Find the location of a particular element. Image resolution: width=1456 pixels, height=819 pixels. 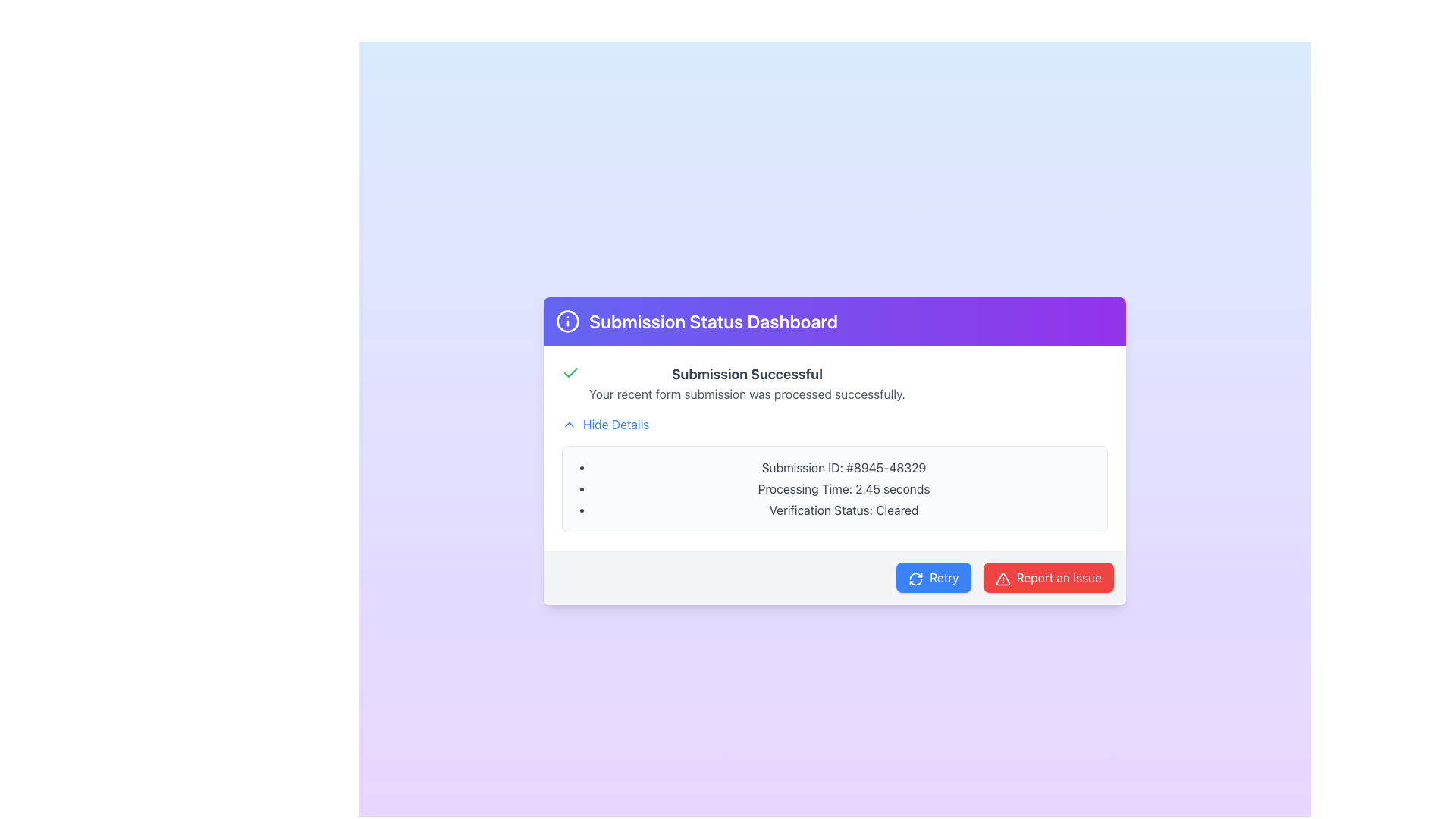

notification message titled 'Submission Successful' with a green checkmark icon, located in the main content area of the 'Submission Status Dashboard' is located at coordinates (833, 382).